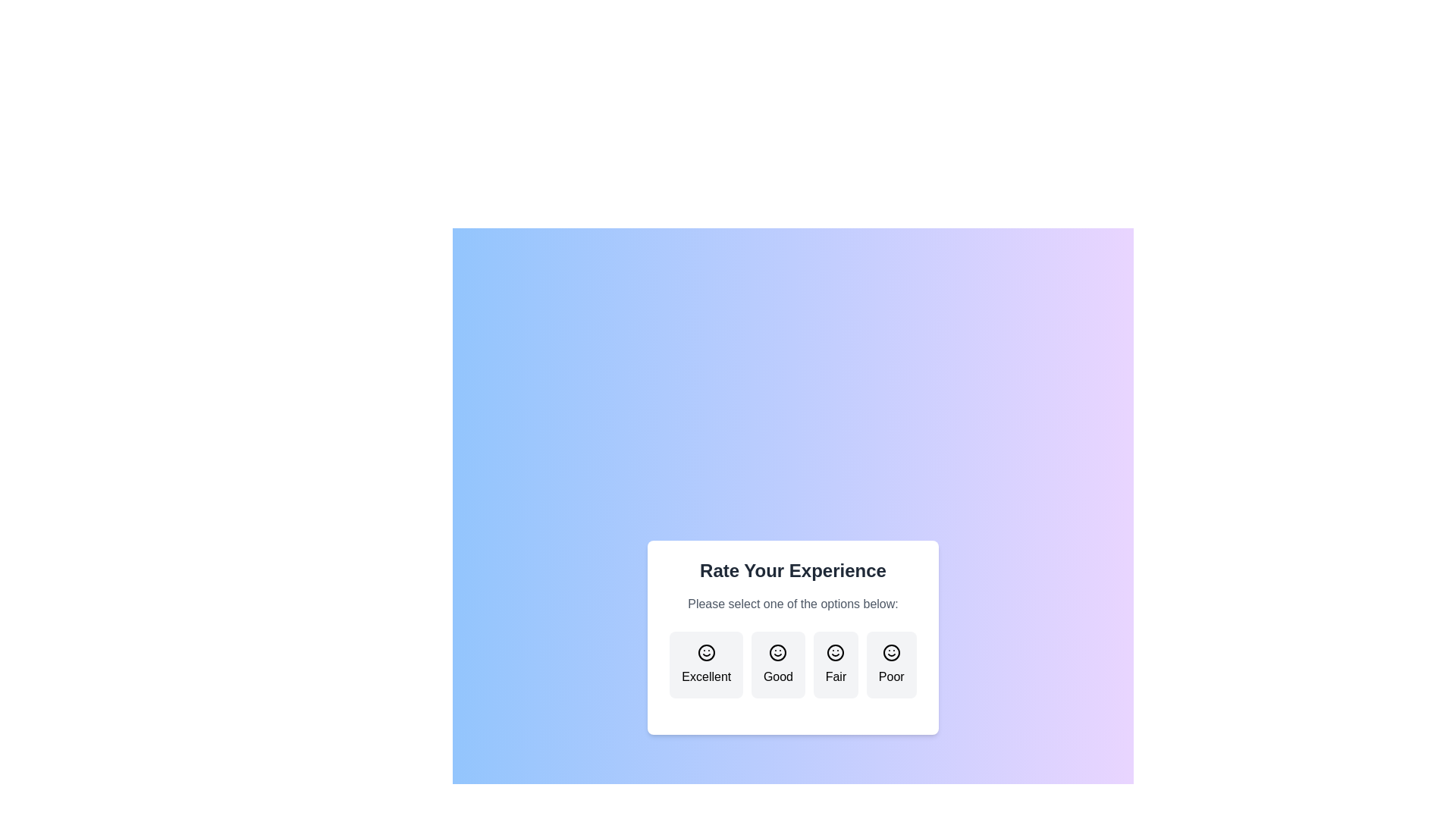 This screenshot has width=1456, height=819. I want to click on the smiley face icon representing the 'Poor' feedback option located within the feedback rating system, so click(891, 651).